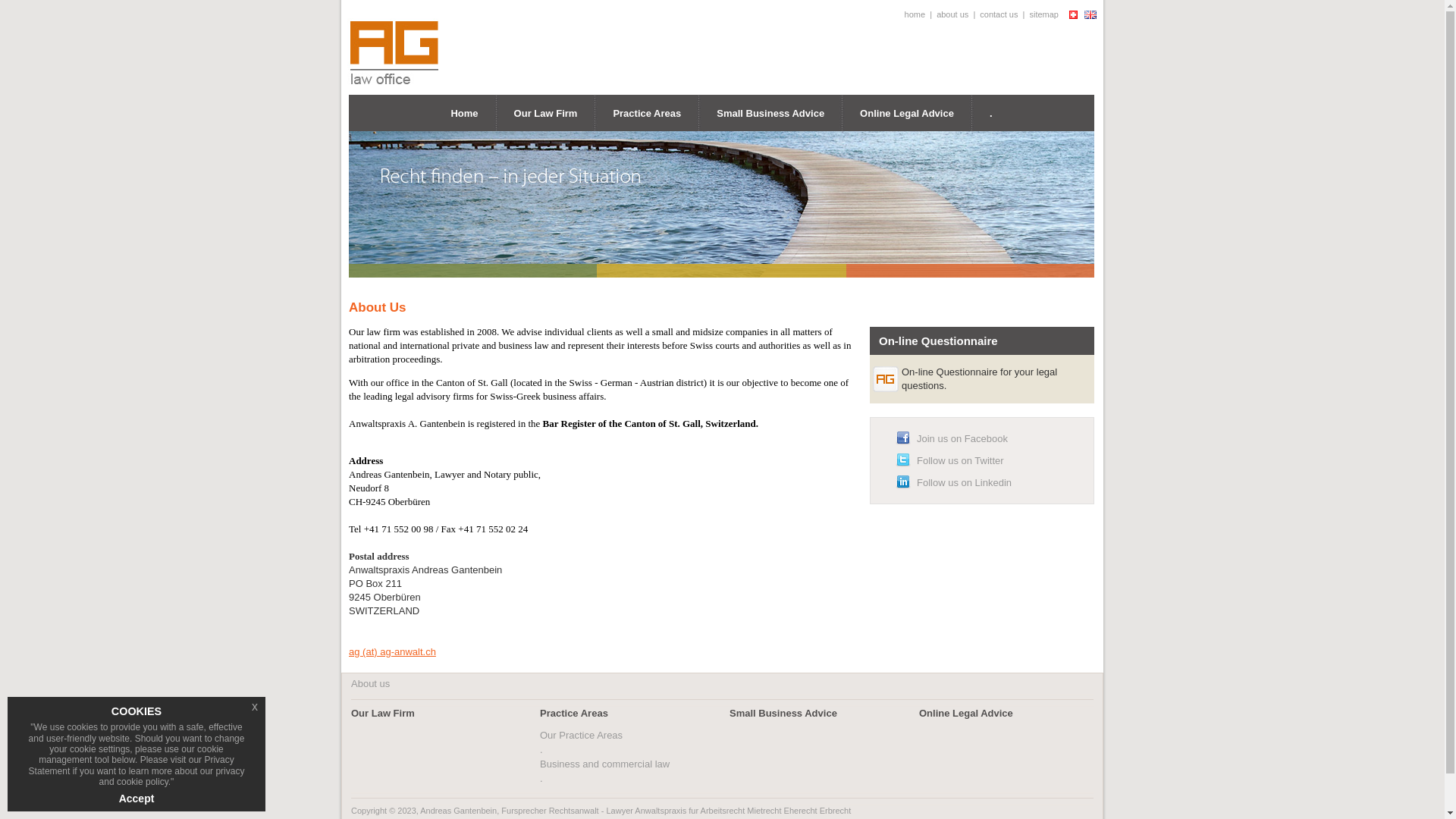 The image size is (1456, 819). I want to click on 'Online Legal Advice', so click(965, 713).